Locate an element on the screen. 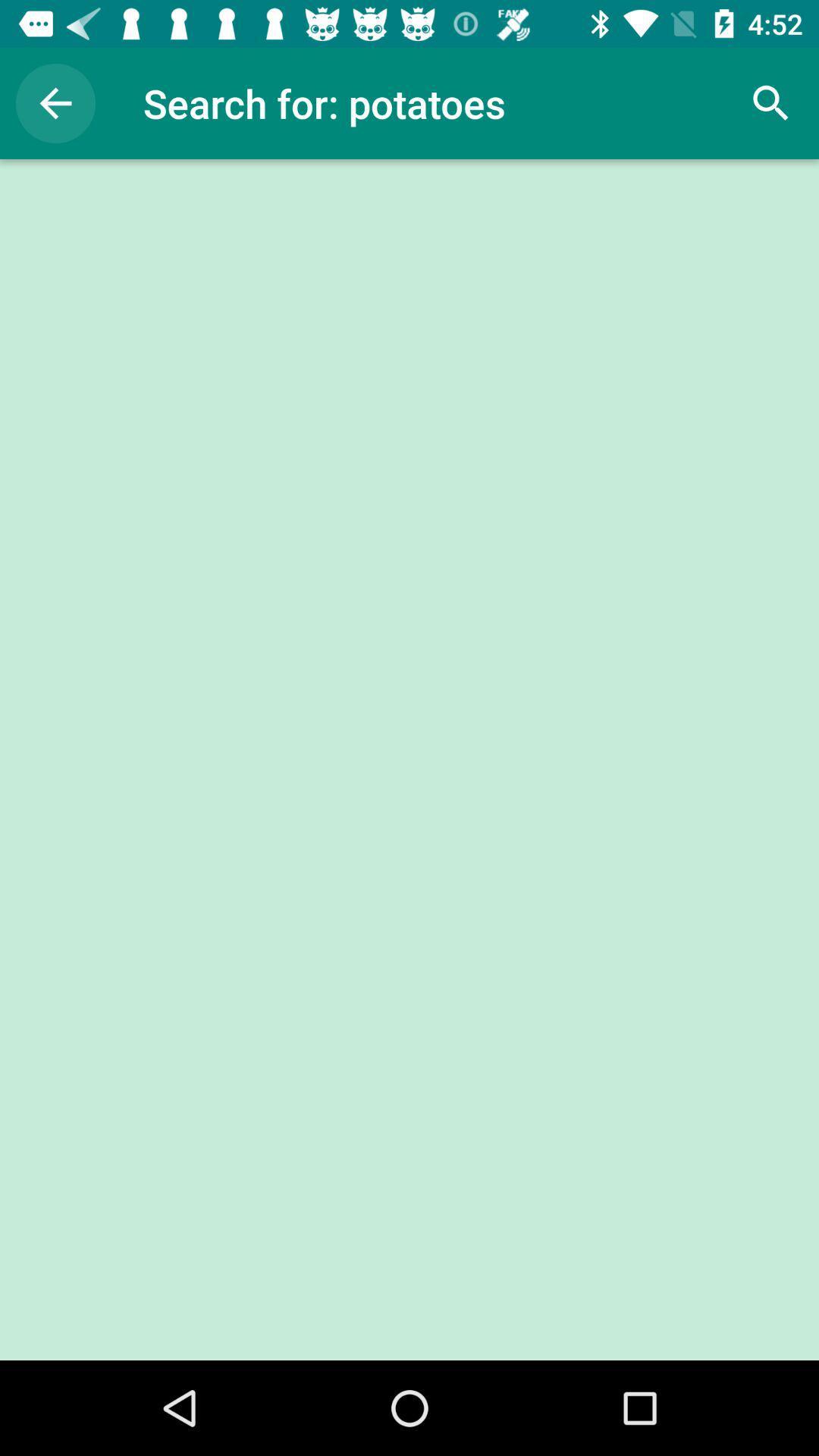  the item to the left of the search for: potatoes item is located at coordinates (55, 102).